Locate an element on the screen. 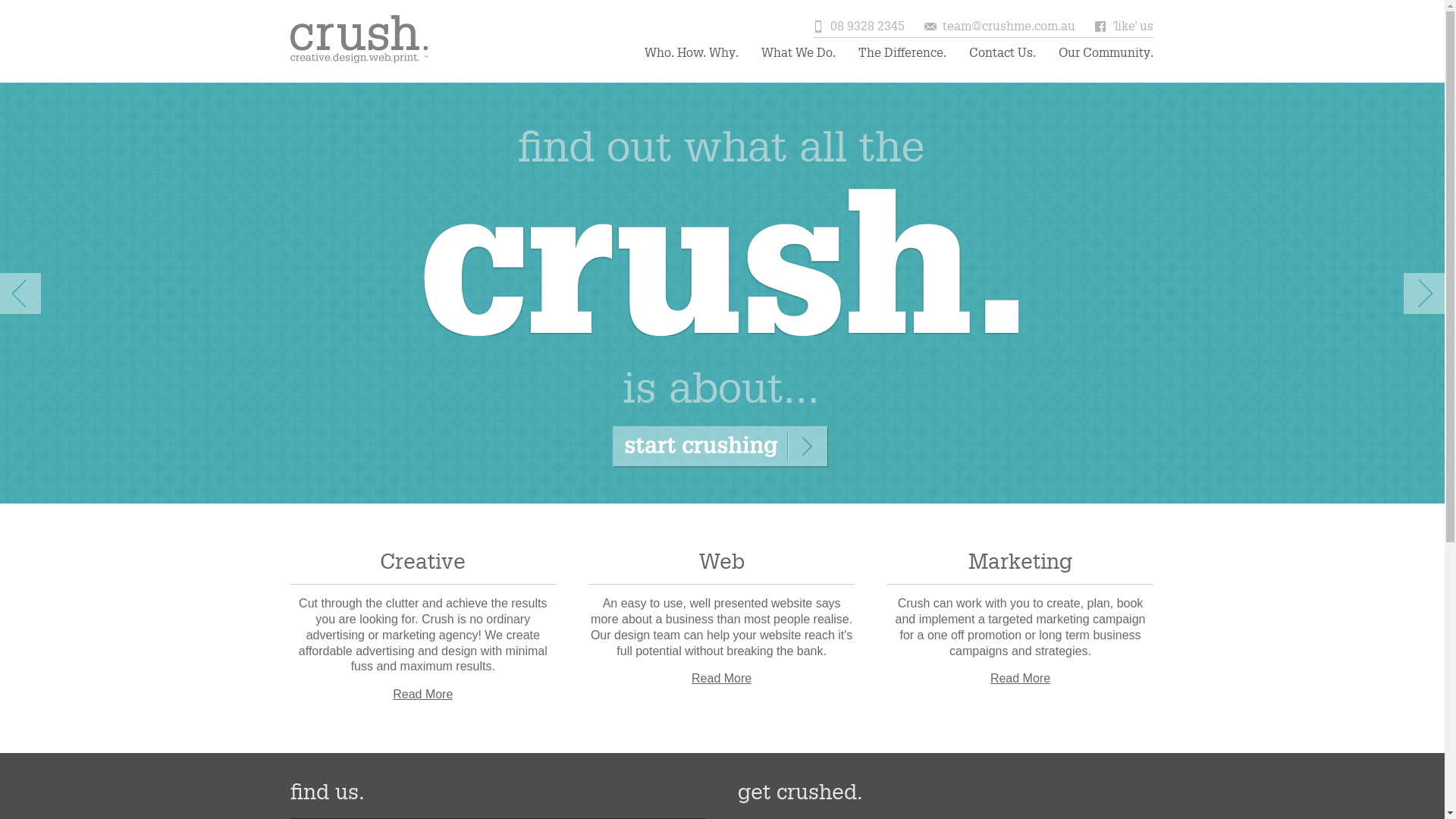  'Who. How. Why.' is located at coordinates (644, 52).